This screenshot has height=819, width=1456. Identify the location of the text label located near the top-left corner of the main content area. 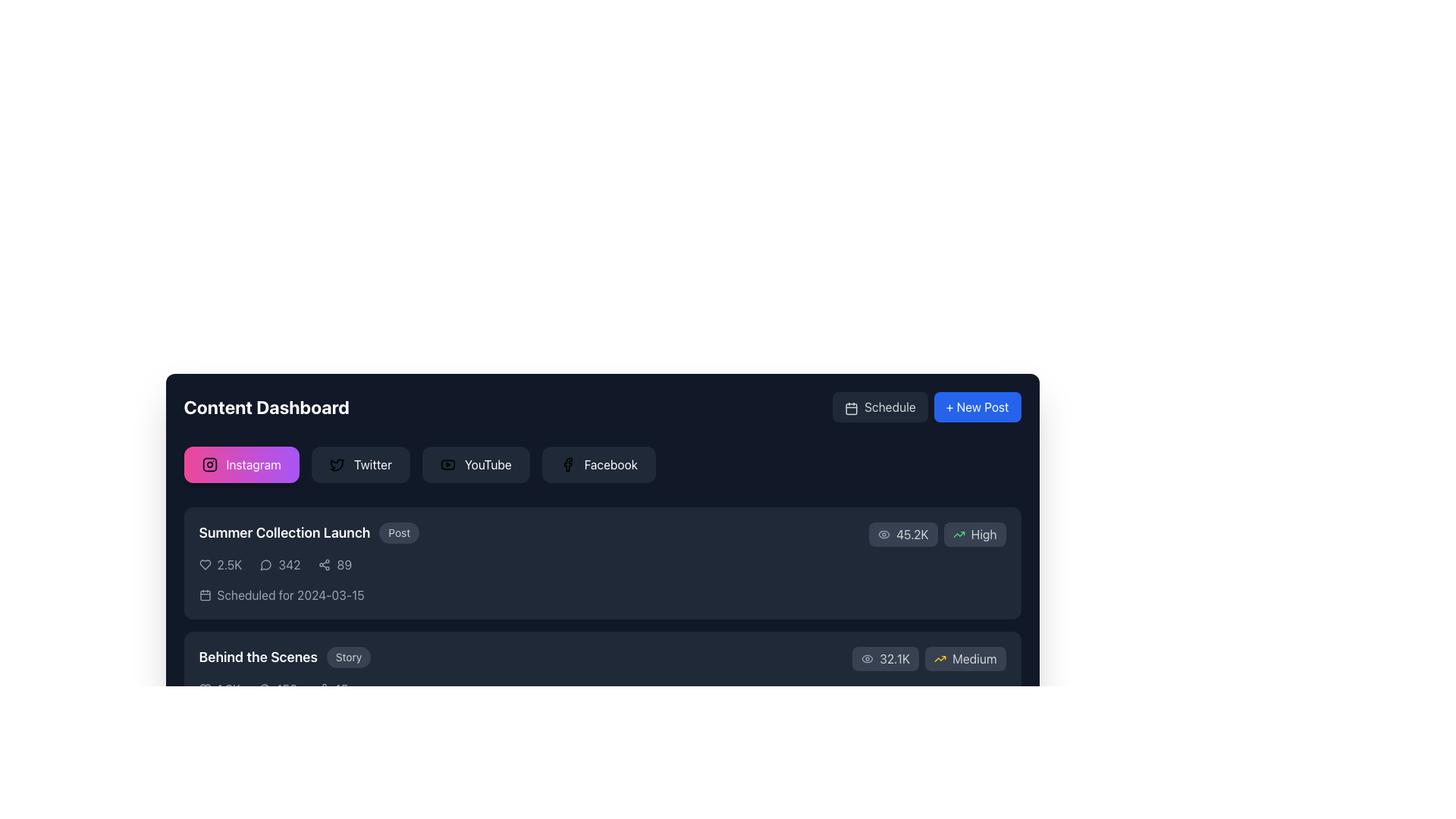
(284, 532).